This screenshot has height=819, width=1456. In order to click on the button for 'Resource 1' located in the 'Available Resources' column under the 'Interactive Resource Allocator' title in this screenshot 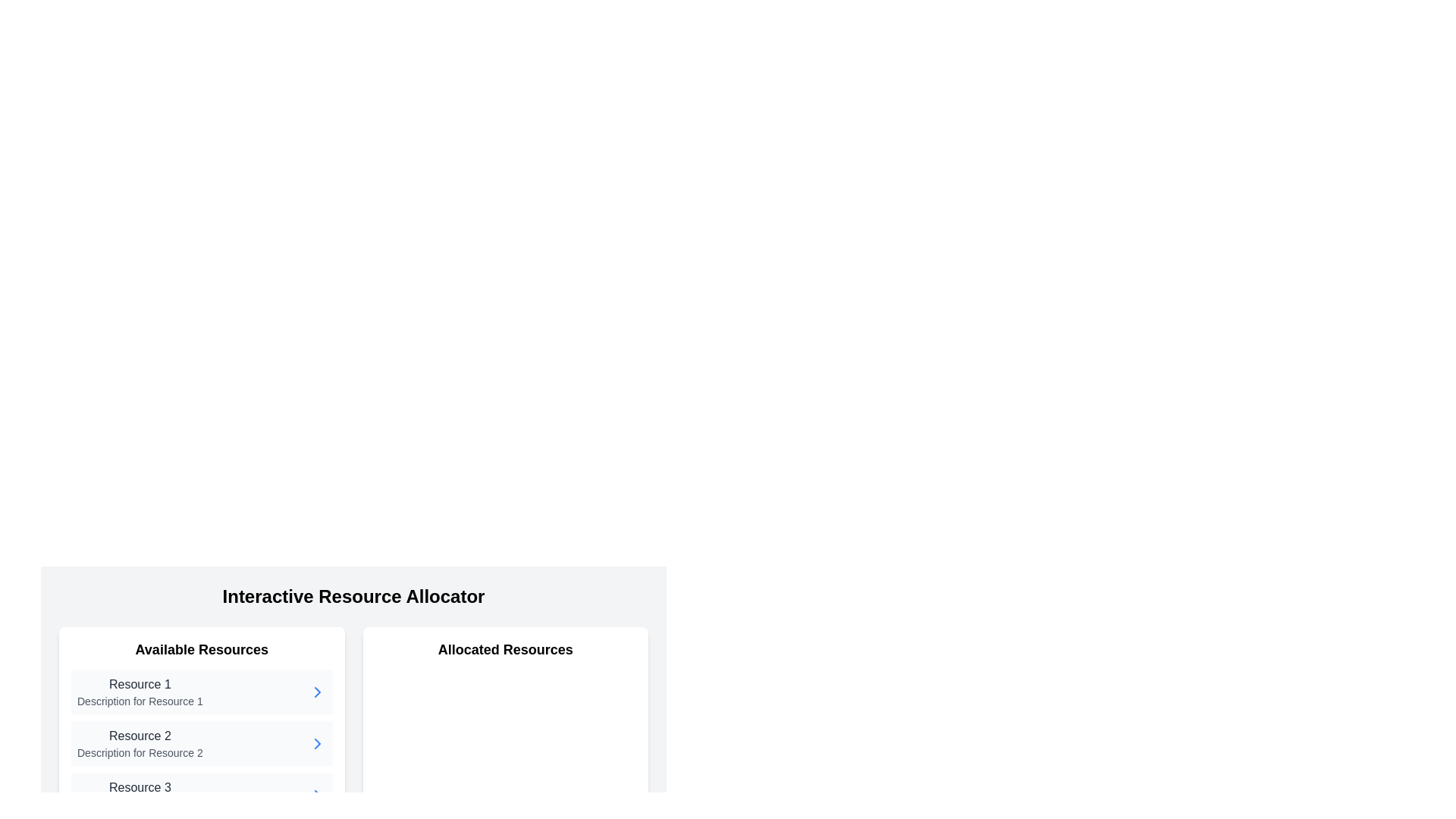, I will do `click(316, 692)`.